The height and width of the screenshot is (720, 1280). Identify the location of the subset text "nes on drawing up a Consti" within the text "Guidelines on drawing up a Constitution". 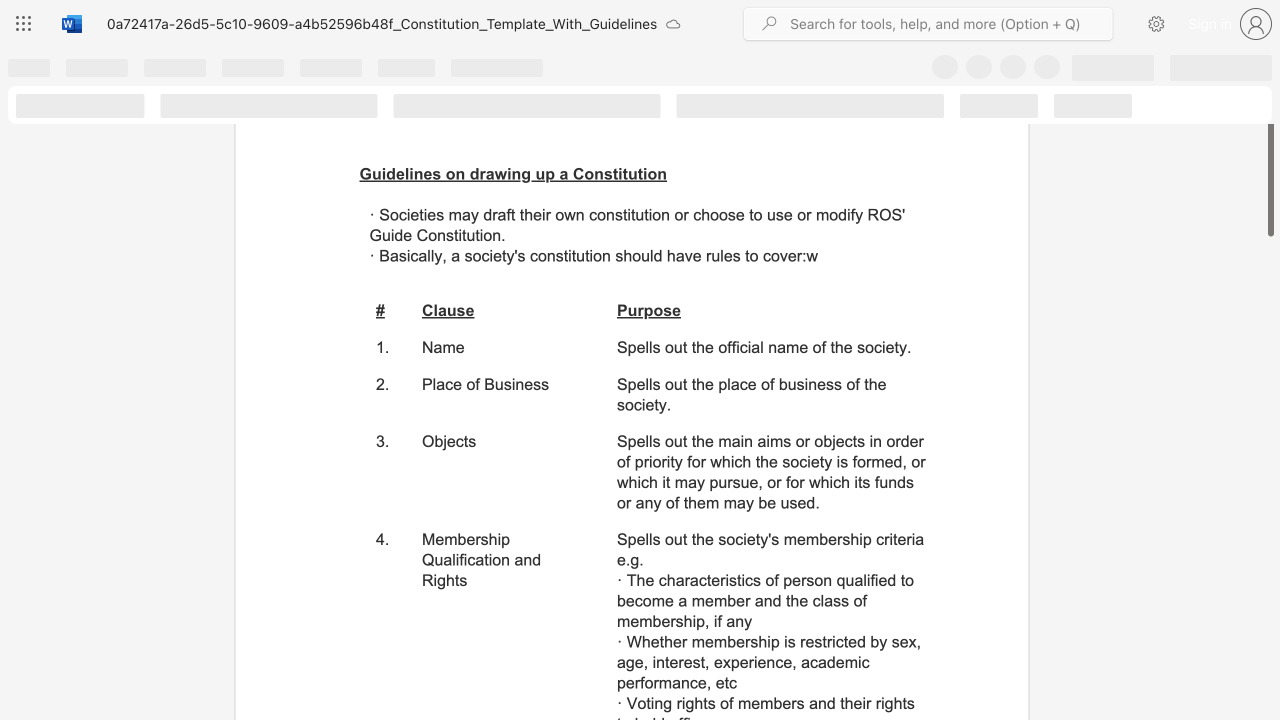
(412, 173).